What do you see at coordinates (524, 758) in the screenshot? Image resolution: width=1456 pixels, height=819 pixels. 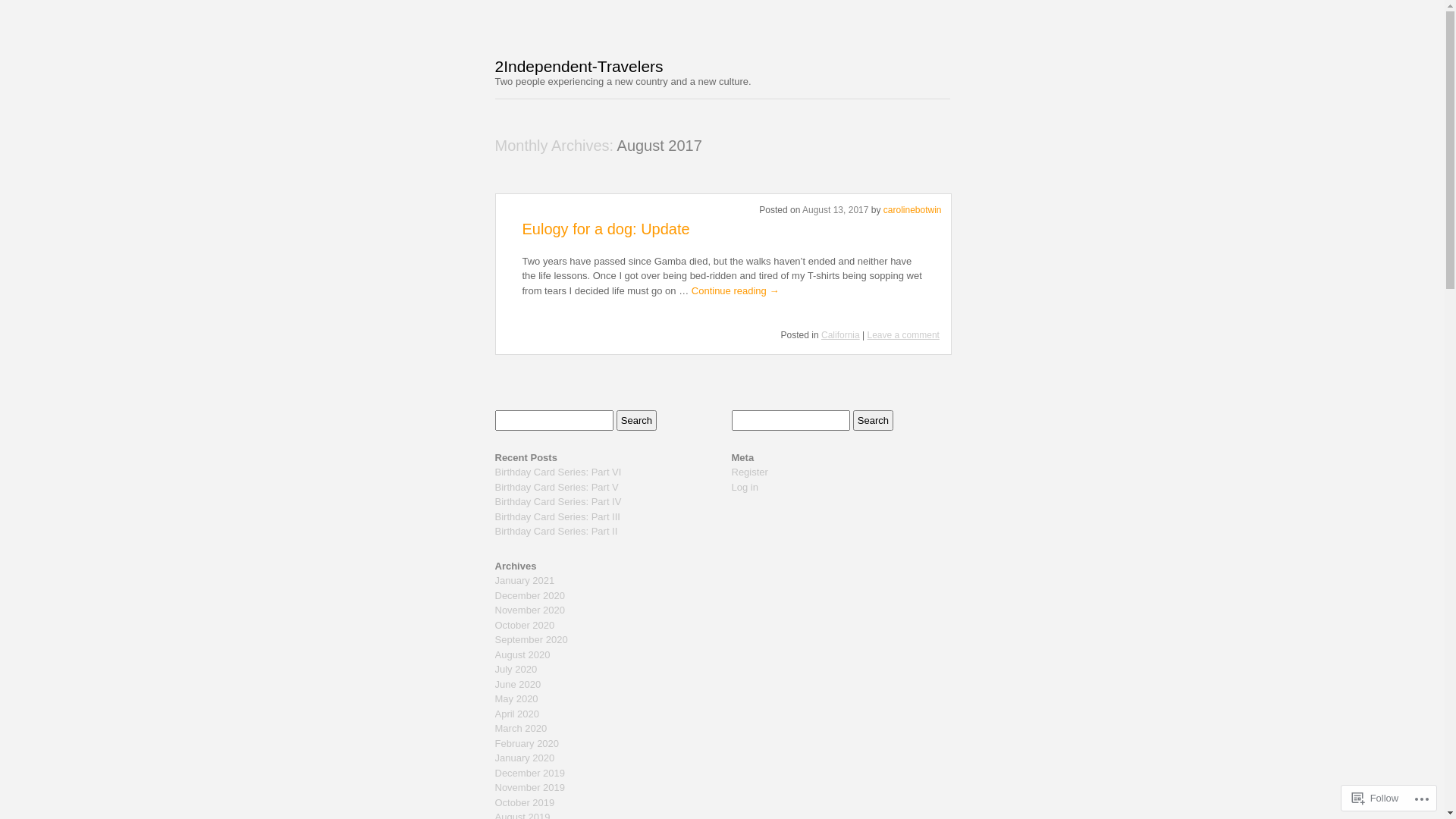 I see `'January 2020'` at bounding box center [524, 758].